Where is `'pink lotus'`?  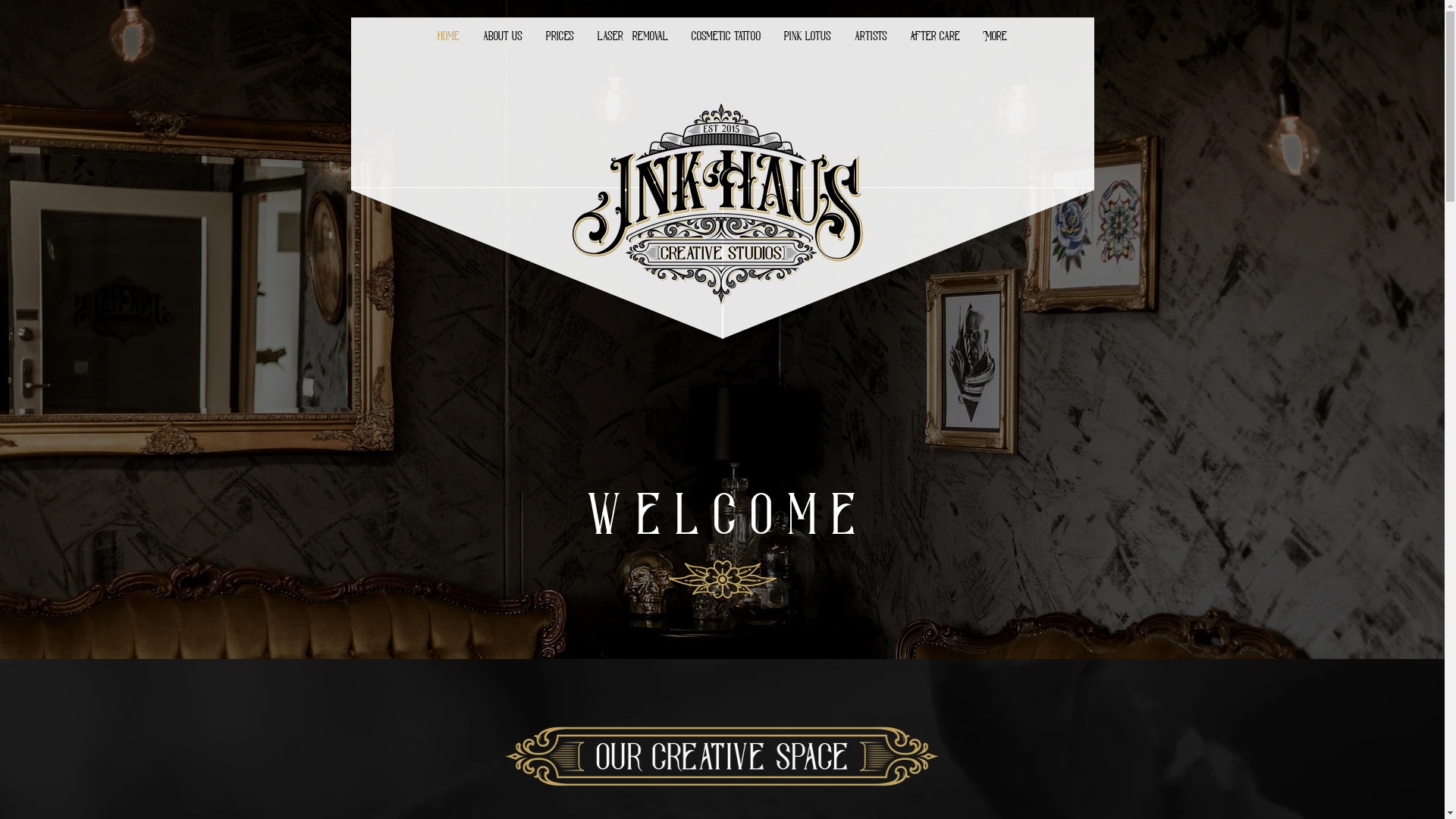 'pink lotus' is located at coordinates (806, 35).